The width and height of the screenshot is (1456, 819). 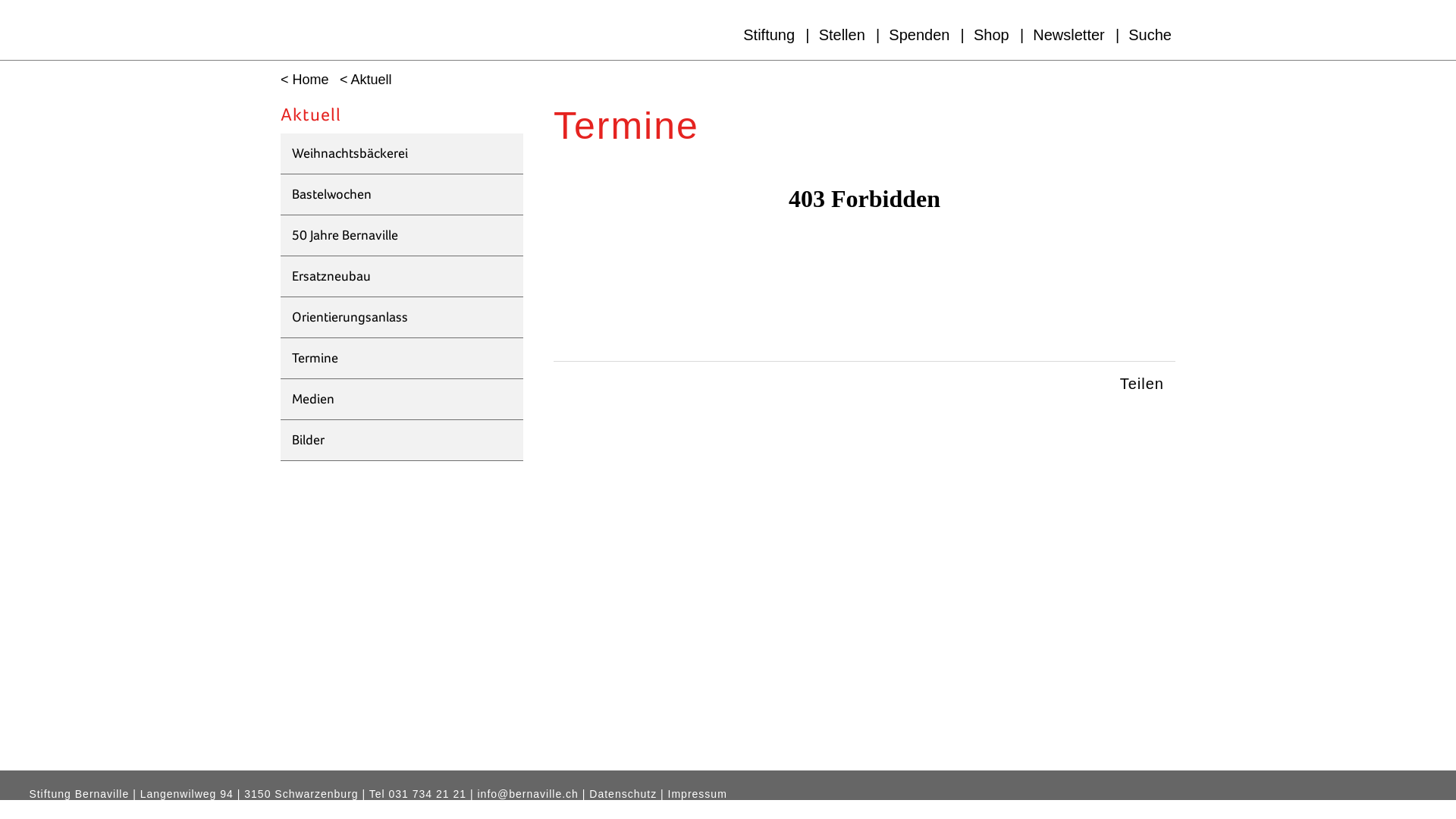 I want to click on 'Newsletter', so click(x=1068, y=34).